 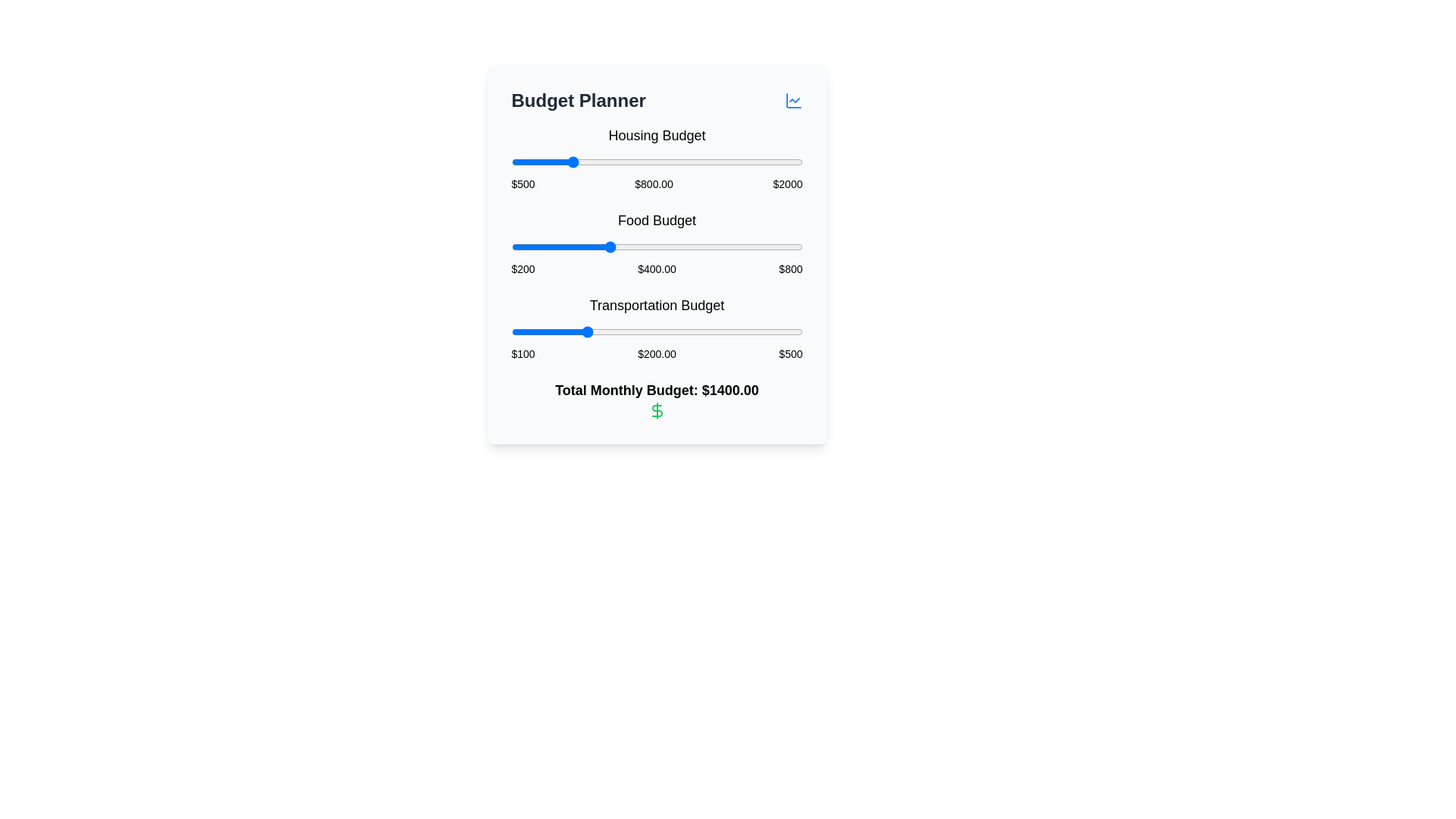 I want to click on the text display that conveys the minimum allowed budget value for the Transportation category, which is located in the Transportation Budget segment, so click(x=523, y=353).